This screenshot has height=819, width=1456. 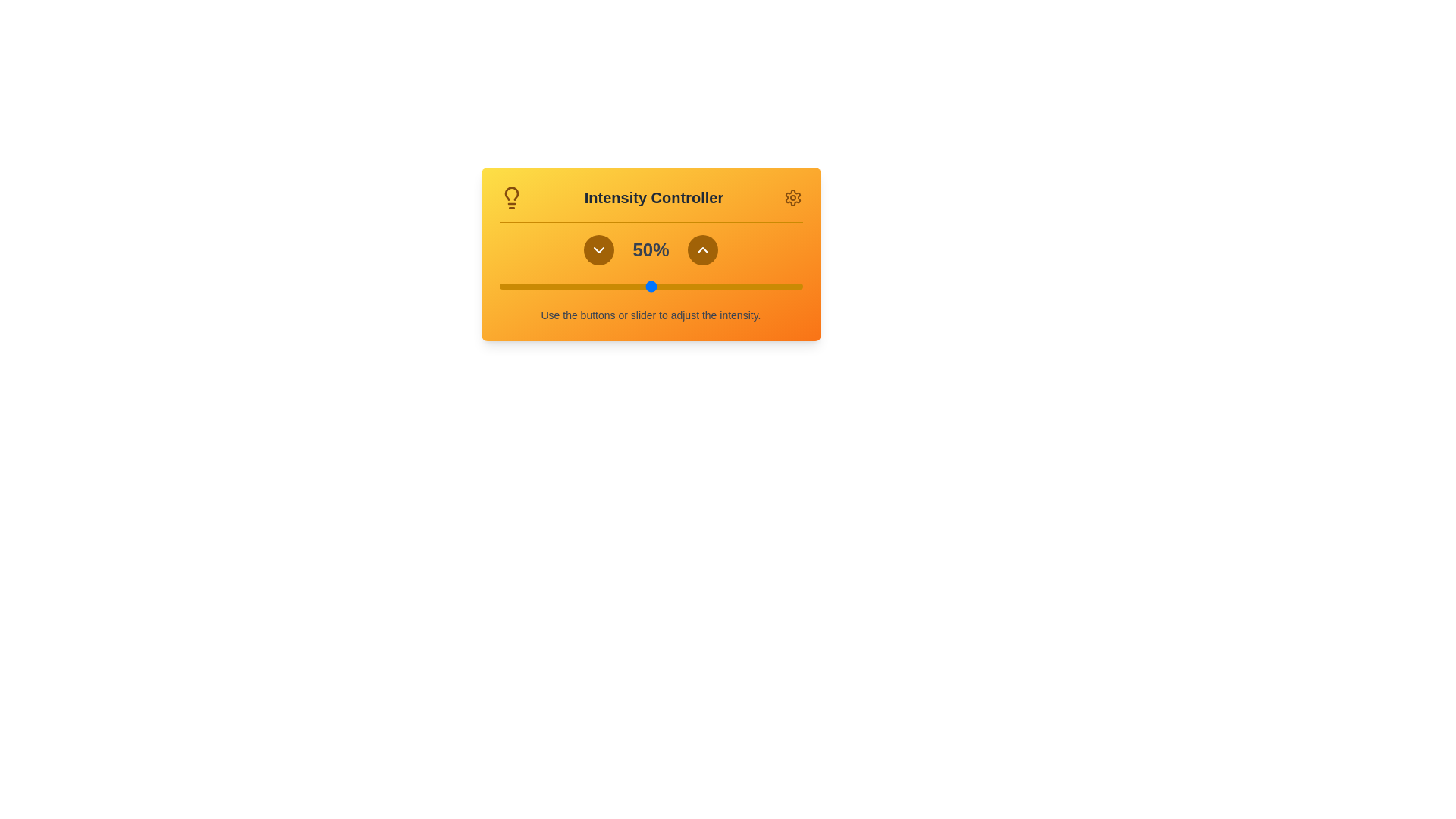 I want to click on text content of the Header section that serves as the title for the Intensity Controller interface, positioned at the upper section of an orange gradient box, so click(x=651, y=203).